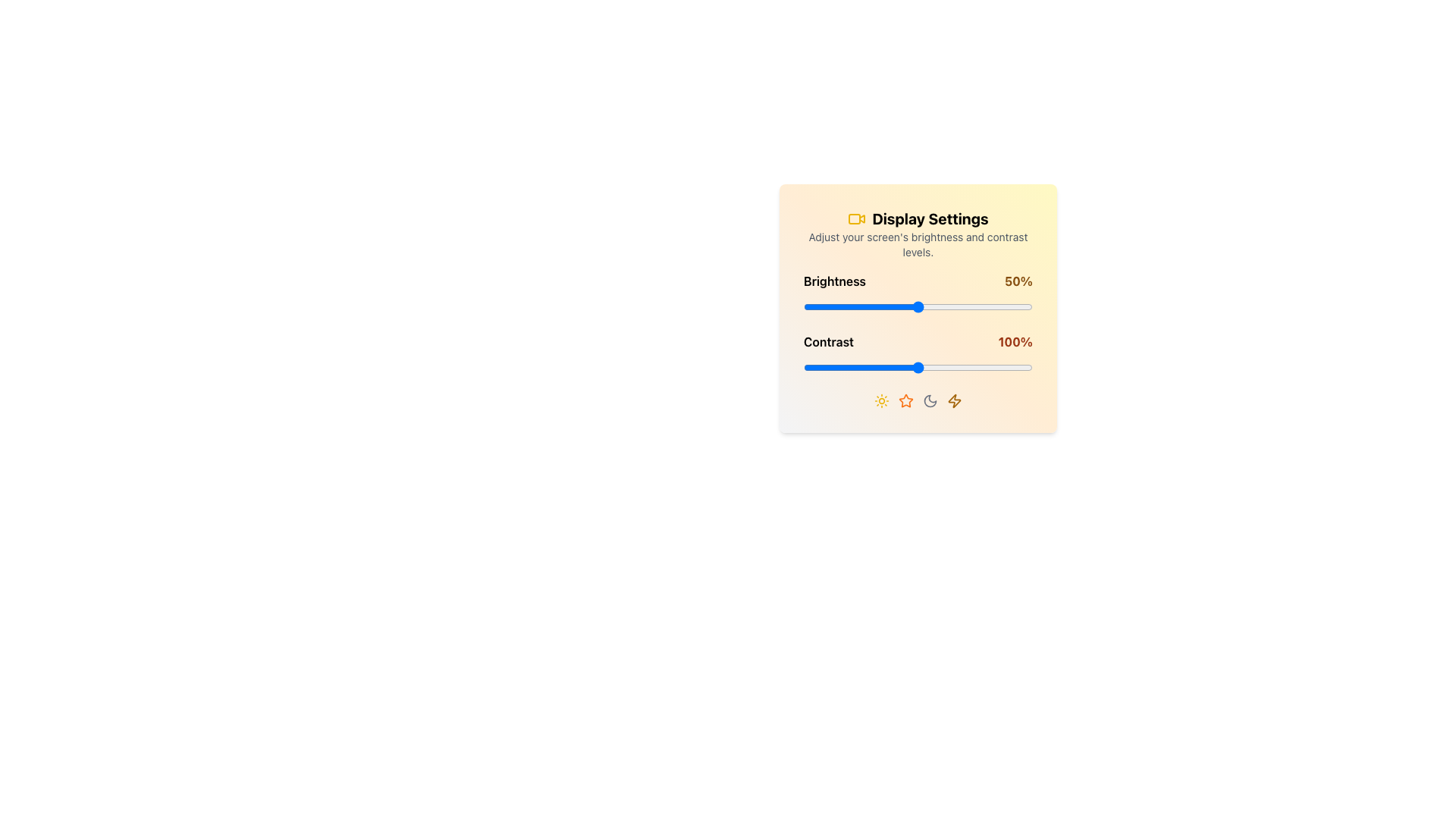 This screenshot has width=1456, height=819. I want to click on the contrast level, so click(854, 368).